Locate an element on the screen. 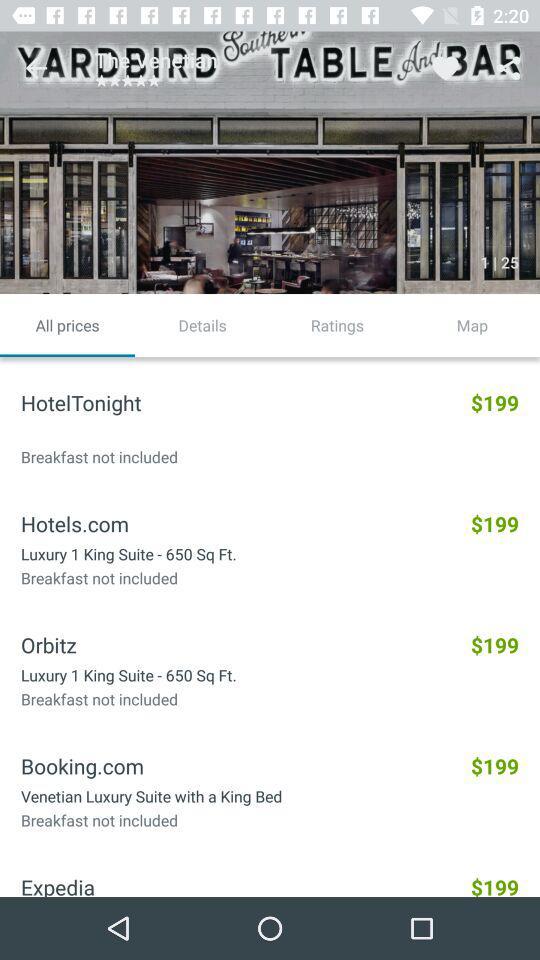  icon to the right of details item is located at coordinates (337, 325).